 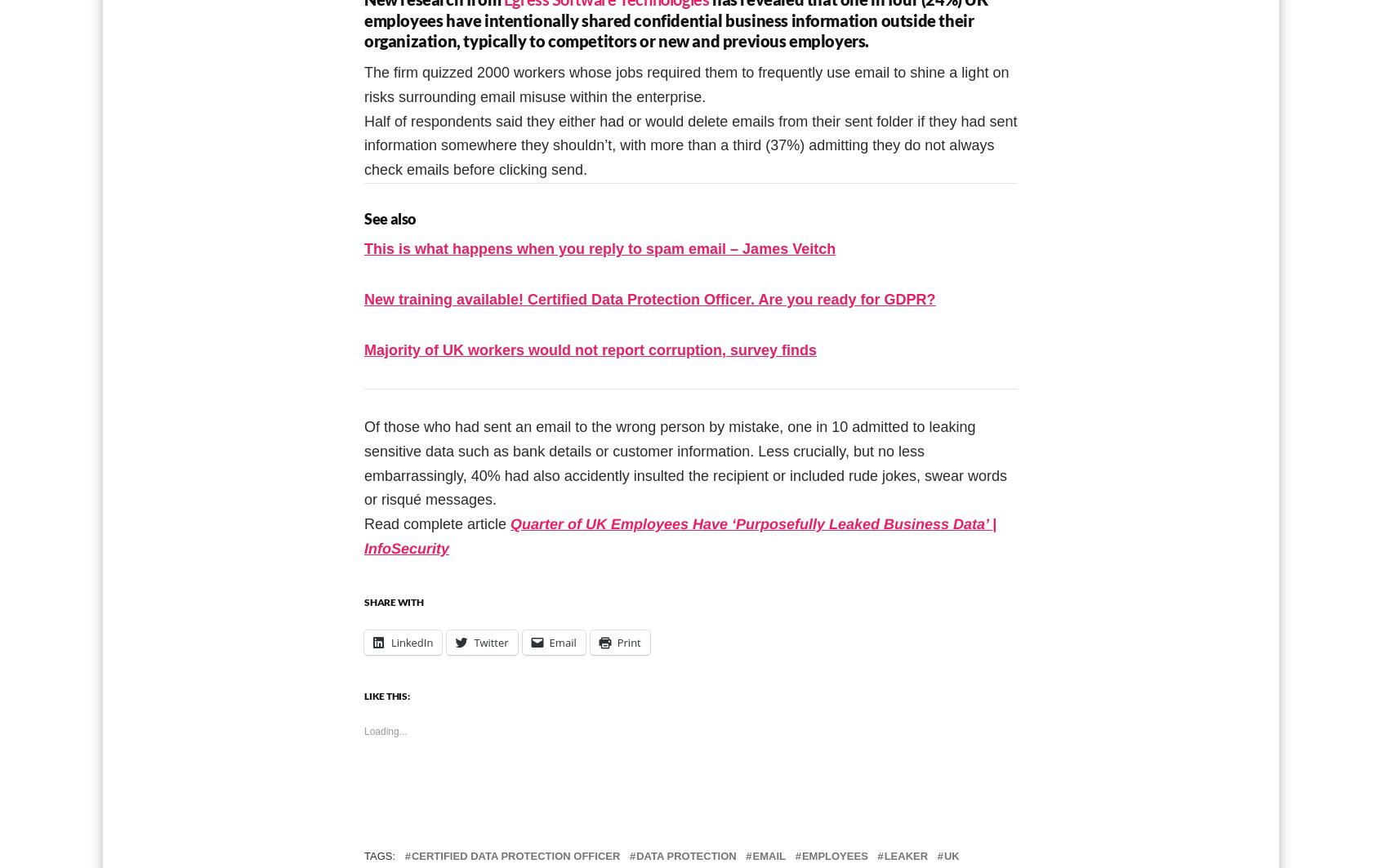 What do you see at coordinates (686, 855) in the screenshot?
I see `'data protection'` at bounding box center [686, 855].